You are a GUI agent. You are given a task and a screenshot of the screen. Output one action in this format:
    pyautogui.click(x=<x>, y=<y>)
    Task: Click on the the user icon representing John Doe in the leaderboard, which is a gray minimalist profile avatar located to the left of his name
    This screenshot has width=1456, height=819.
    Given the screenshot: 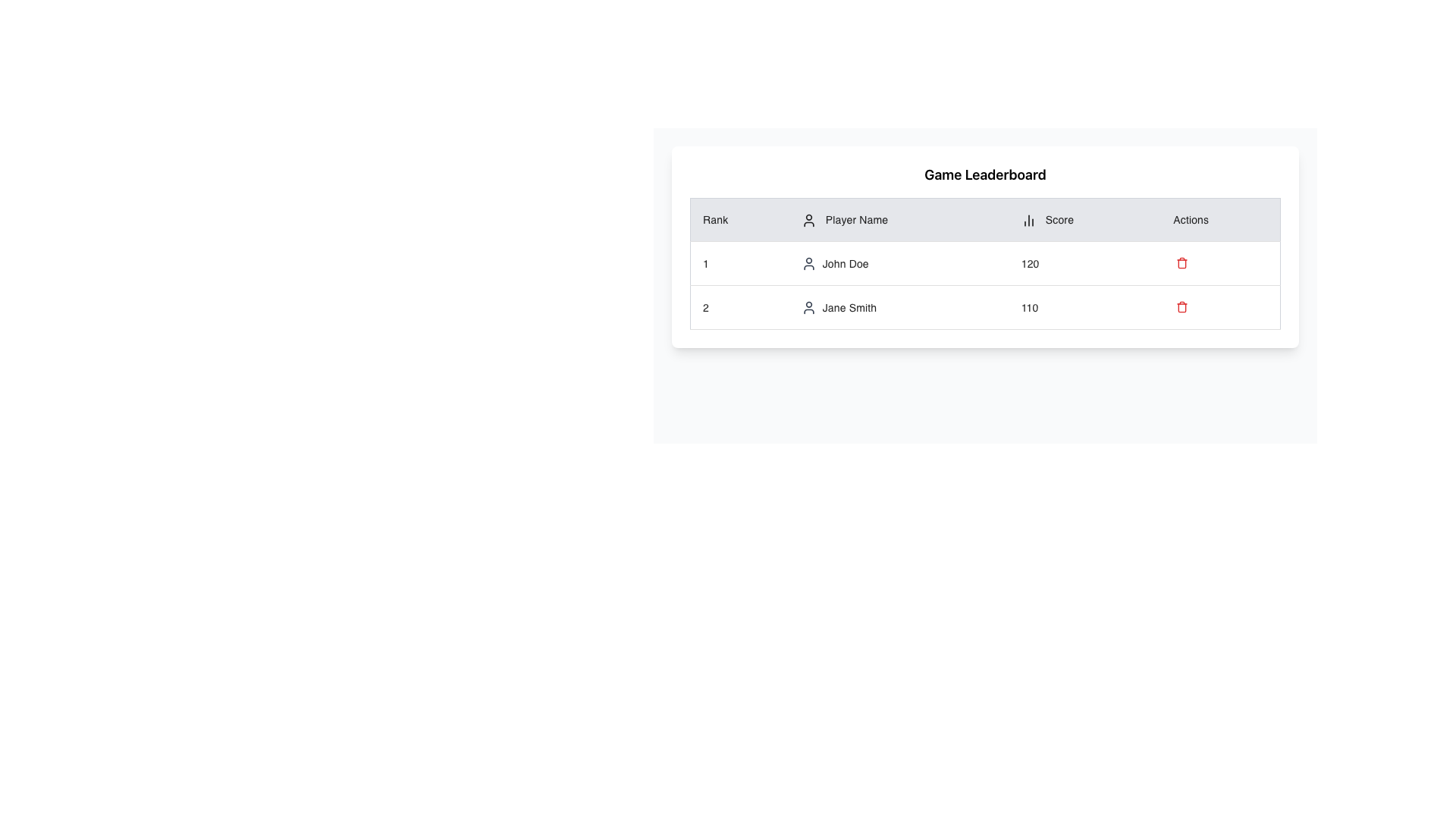 What is the action you would take?
    pyautogui.click(x=808, y=262)
    